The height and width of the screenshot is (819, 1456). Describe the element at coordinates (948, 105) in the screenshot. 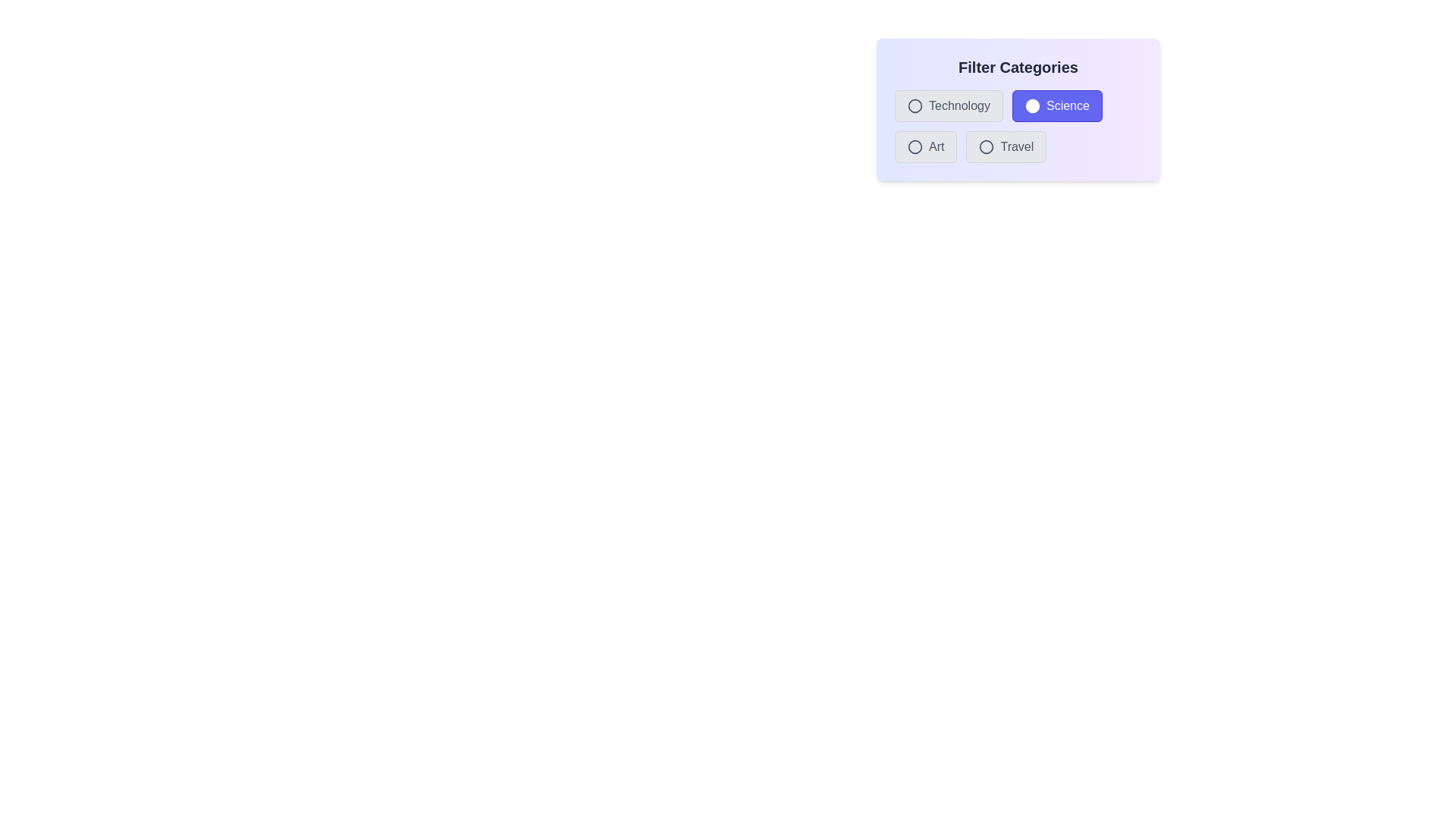

I see `the category Technology by clicking its corresponding button` at that location.